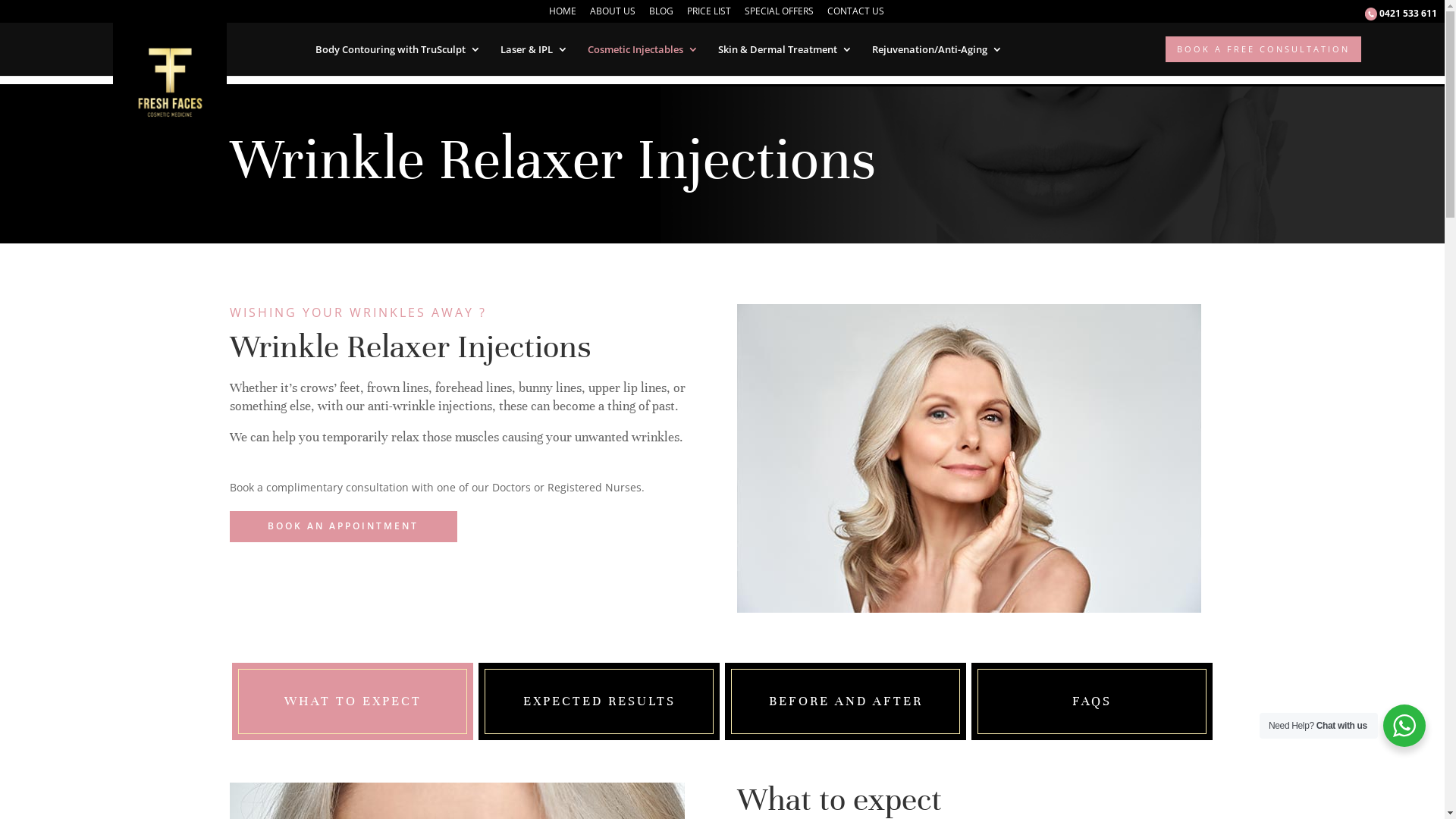  Describe the element at coordinates (1400, 17) in the screenshot. I see `'0421 533 611'` at that location.